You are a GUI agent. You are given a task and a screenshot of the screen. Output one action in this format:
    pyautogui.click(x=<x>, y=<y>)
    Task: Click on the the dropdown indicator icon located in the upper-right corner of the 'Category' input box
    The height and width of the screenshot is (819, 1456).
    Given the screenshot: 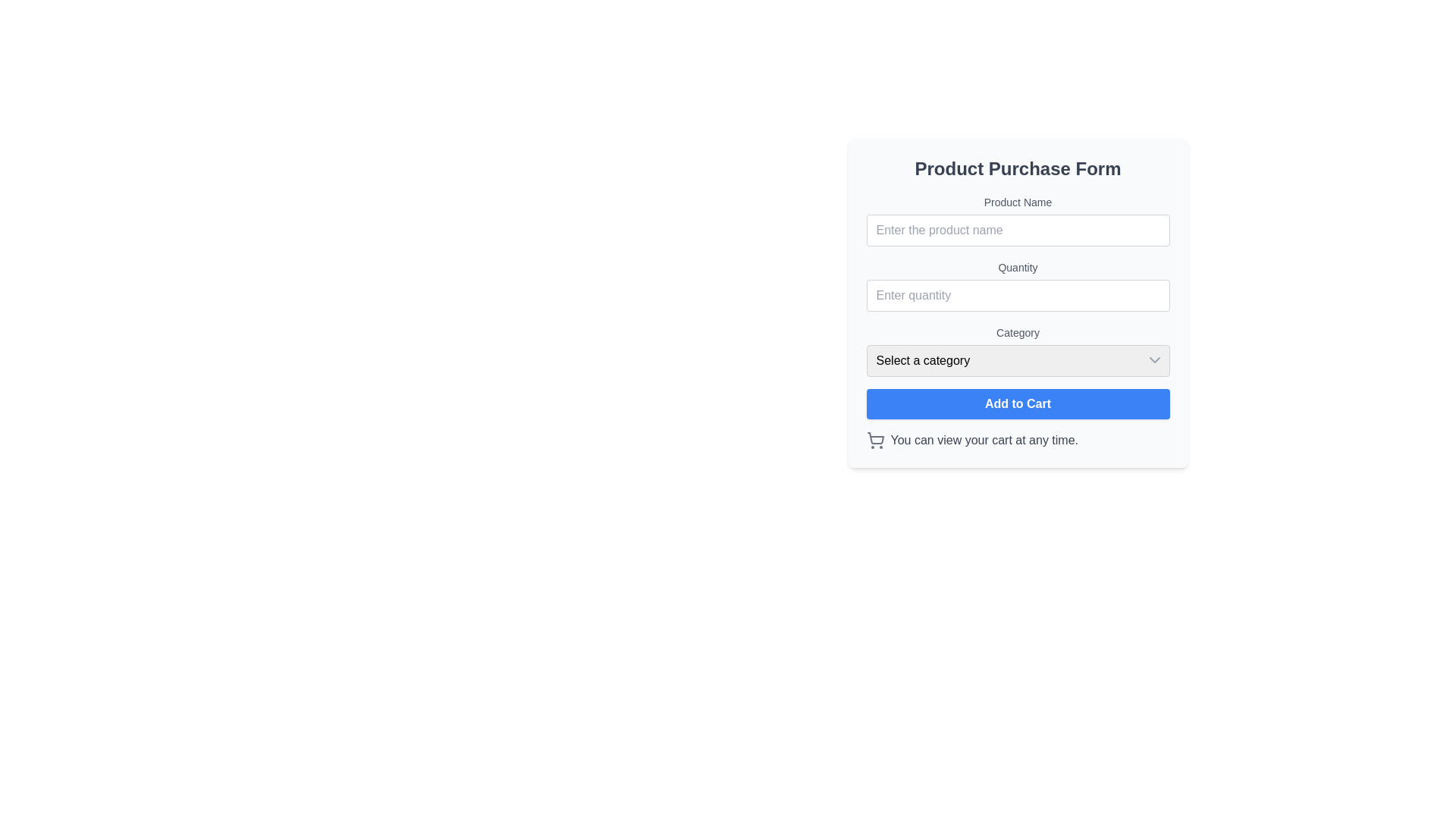 What is the action you would take?
    pyautogui.click(x=1153, y=359)
    